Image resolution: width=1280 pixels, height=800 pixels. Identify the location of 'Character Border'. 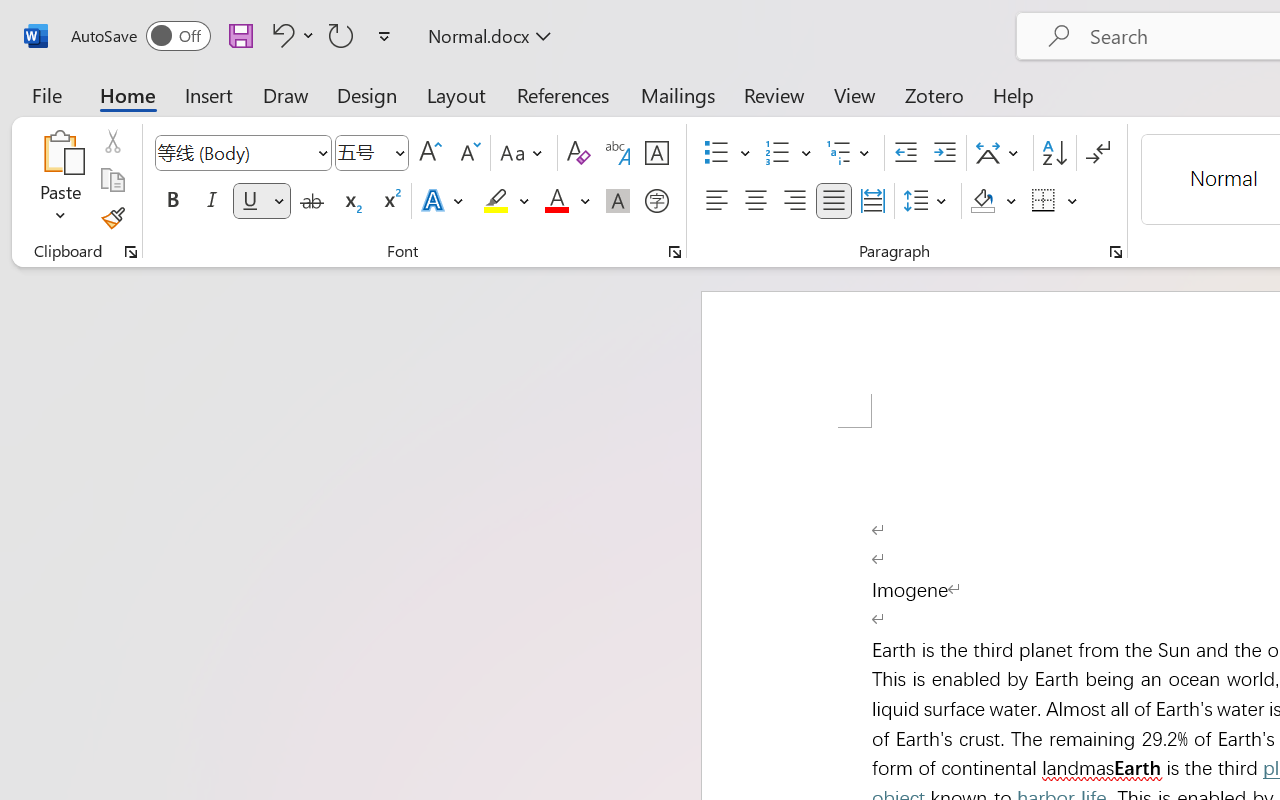
(656, 153).